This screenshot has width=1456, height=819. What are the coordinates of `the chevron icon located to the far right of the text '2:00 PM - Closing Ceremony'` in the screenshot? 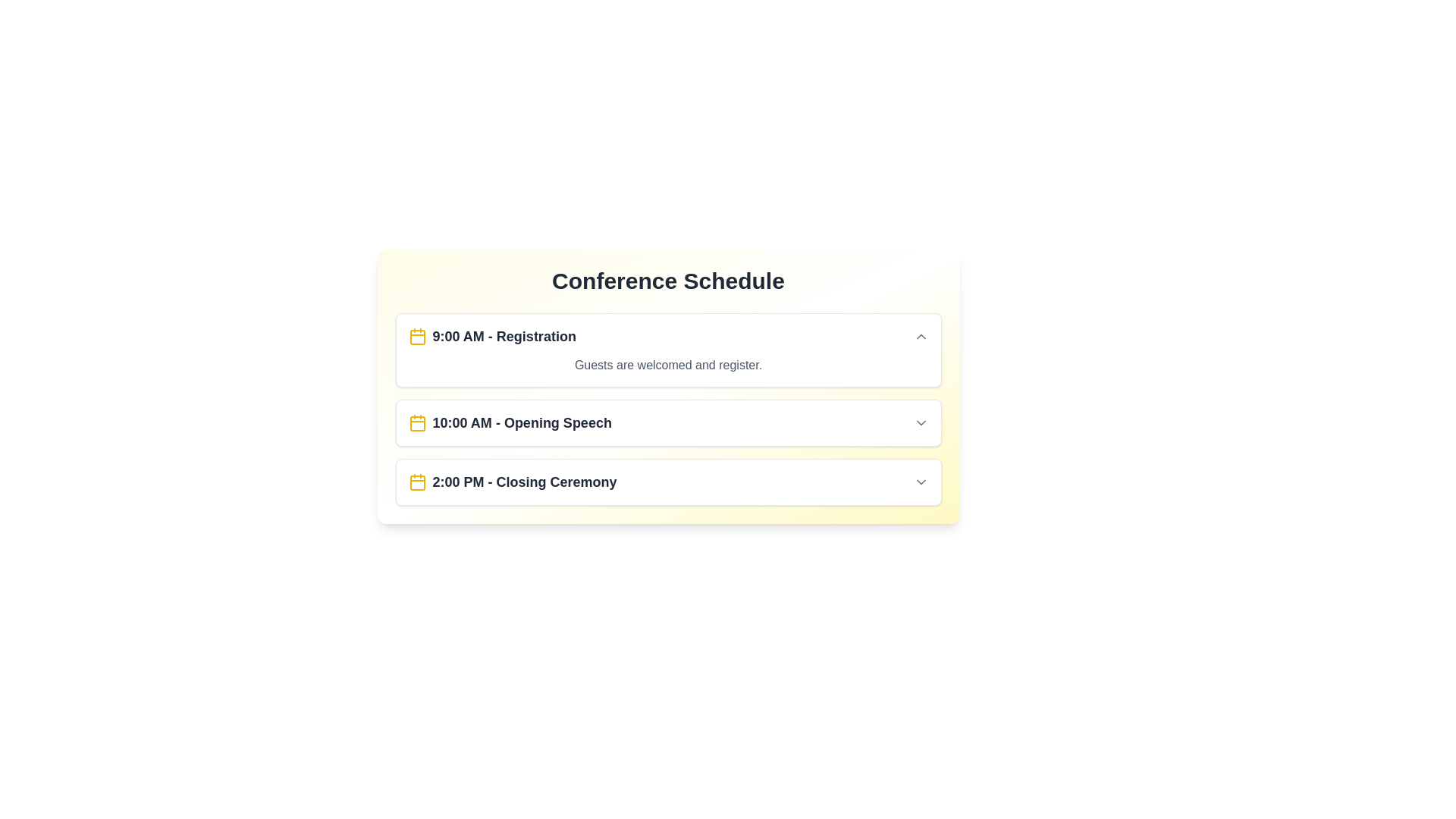 It's located at (920, 482).